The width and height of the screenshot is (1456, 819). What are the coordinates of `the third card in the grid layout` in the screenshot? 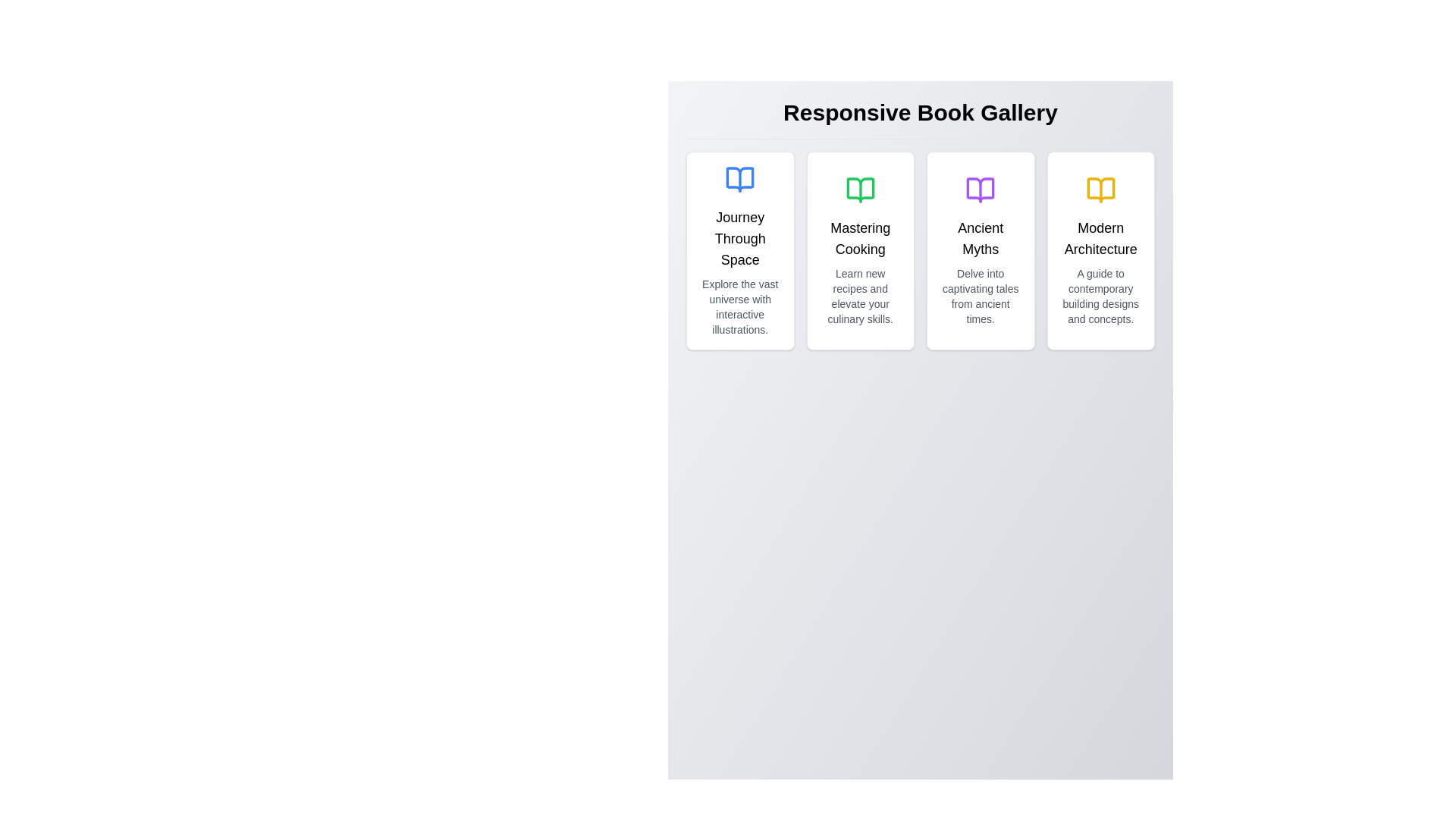 It's located at (920, 250).